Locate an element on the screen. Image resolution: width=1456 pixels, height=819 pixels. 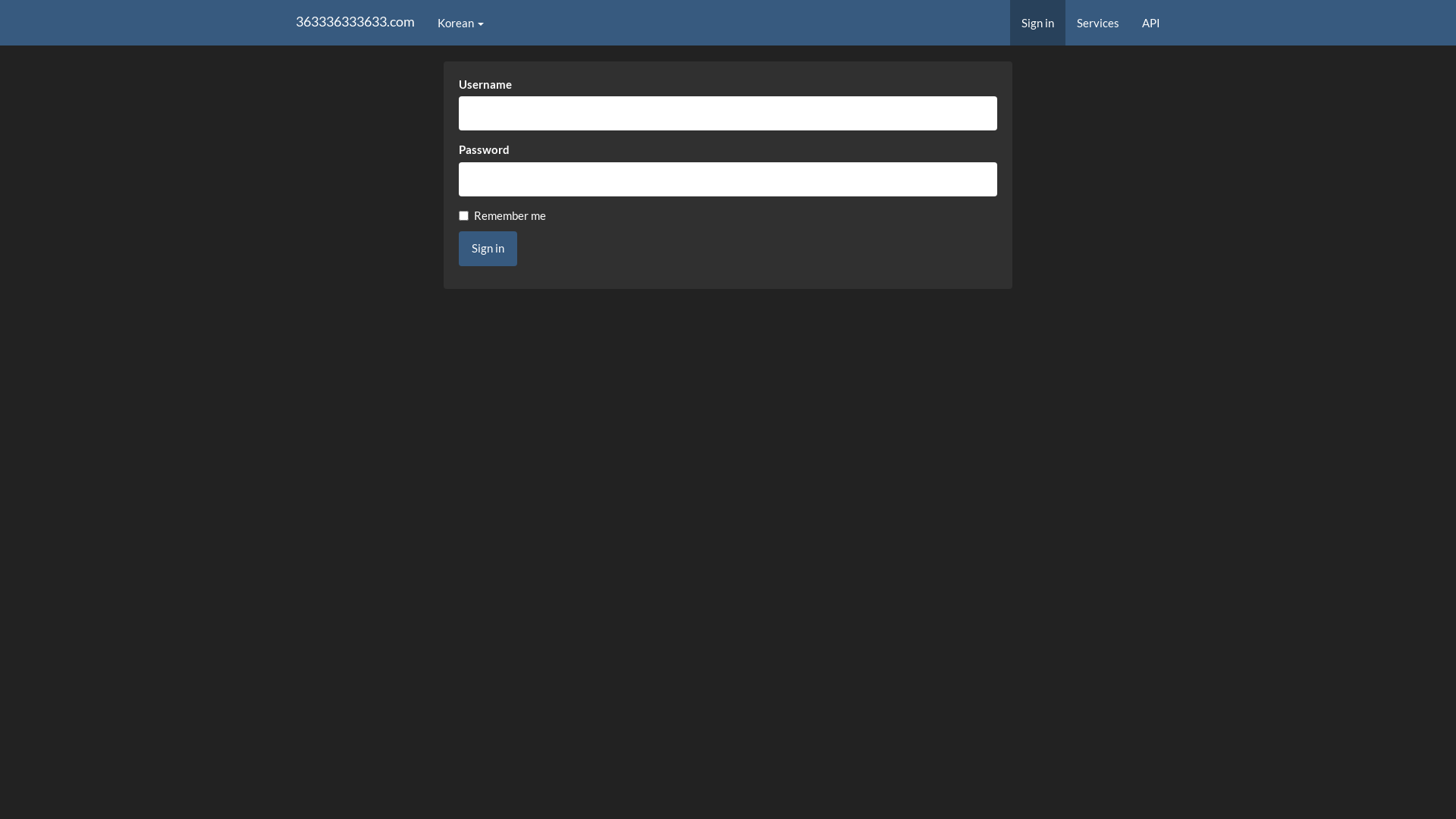
'API' is located at coordinates (1150, 23).